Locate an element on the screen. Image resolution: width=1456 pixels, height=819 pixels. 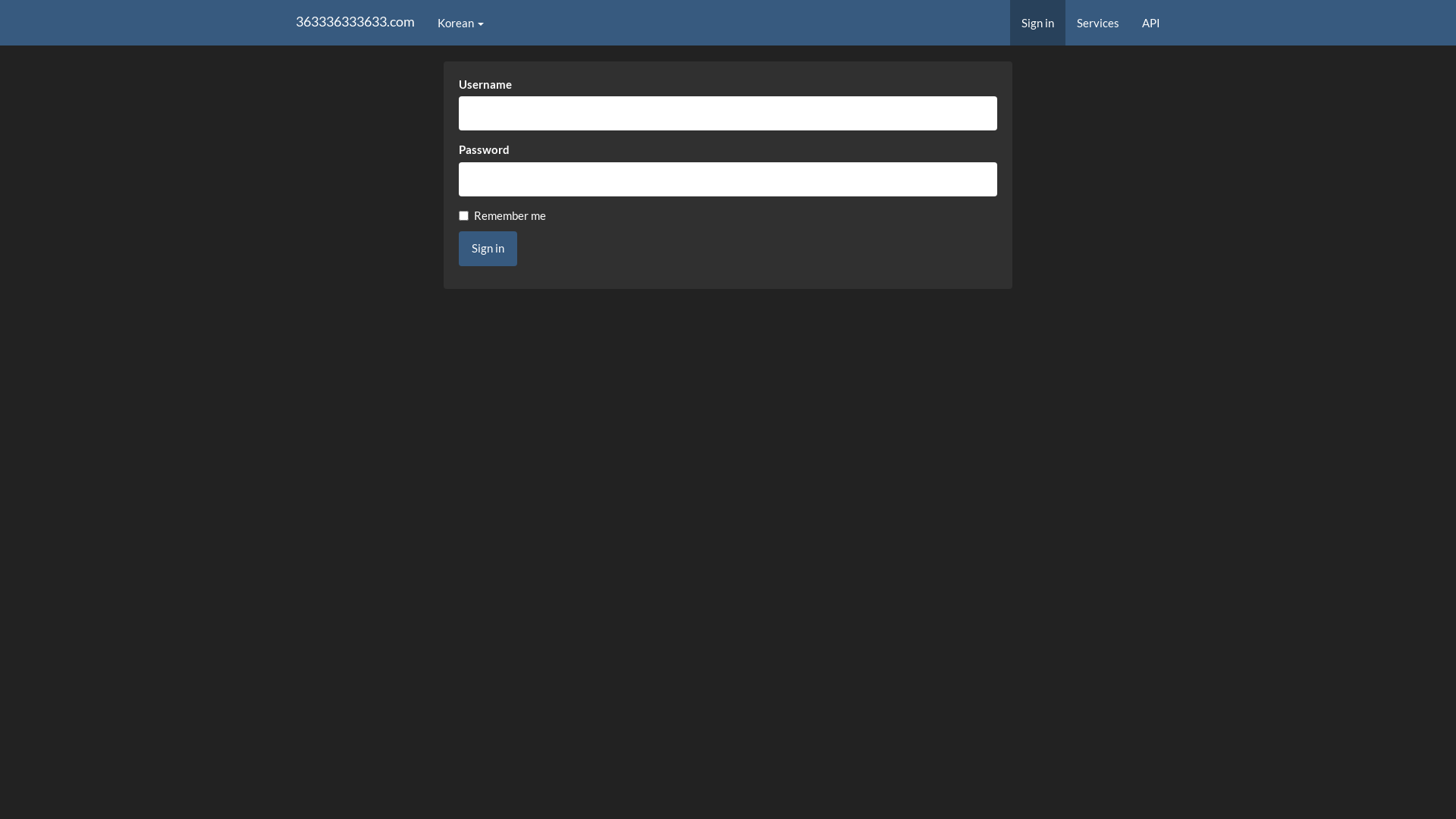
'API' is located at coordinates (1150, 23).